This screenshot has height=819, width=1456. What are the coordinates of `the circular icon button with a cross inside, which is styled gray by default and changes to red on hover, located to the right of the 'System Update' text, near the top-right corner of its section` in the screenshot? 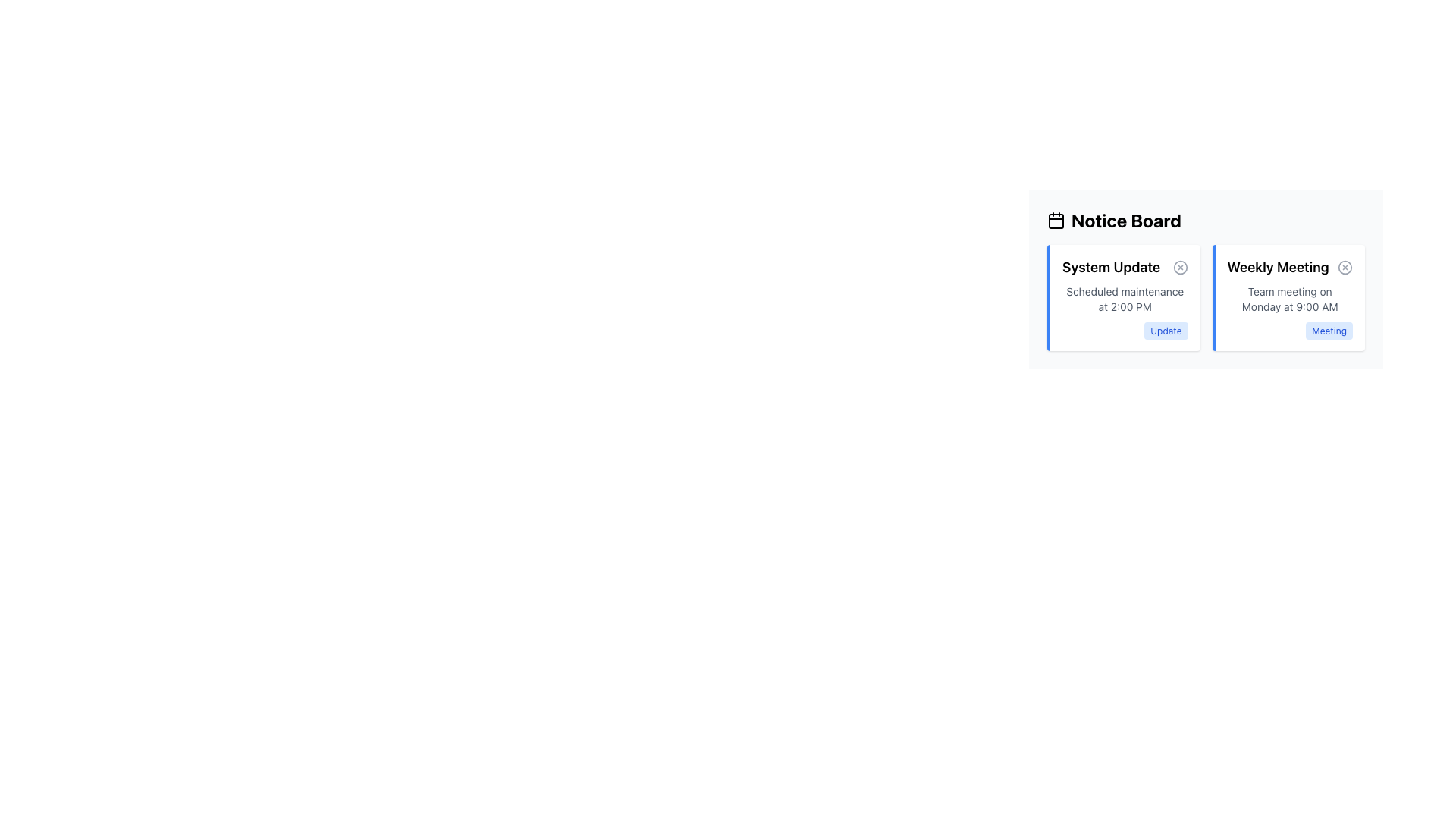 It's located at (1179, 267).